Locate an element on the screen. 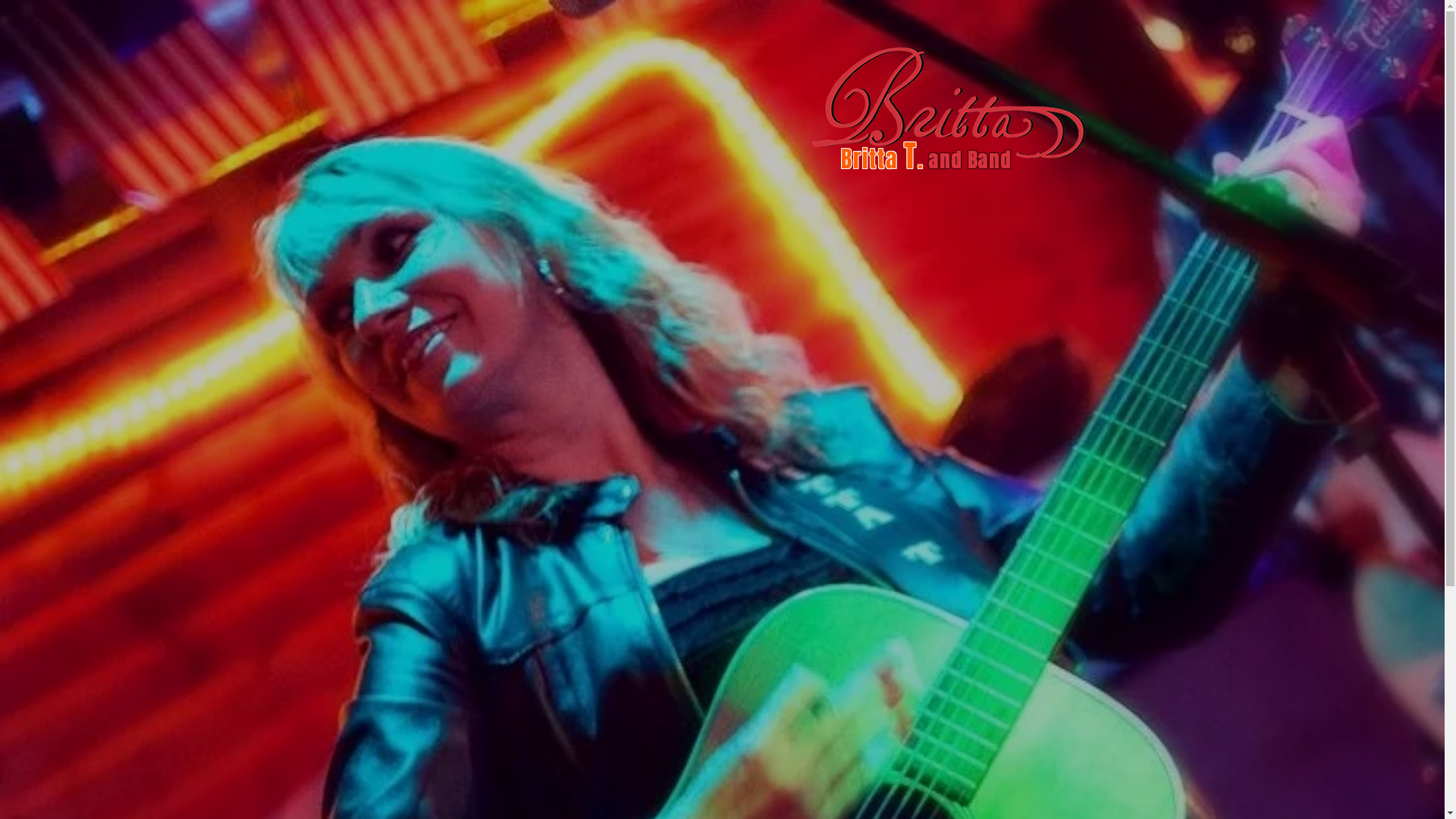 This screenshot has width=1456, height=819. 'Britta' is located at coordinates (869, 158).